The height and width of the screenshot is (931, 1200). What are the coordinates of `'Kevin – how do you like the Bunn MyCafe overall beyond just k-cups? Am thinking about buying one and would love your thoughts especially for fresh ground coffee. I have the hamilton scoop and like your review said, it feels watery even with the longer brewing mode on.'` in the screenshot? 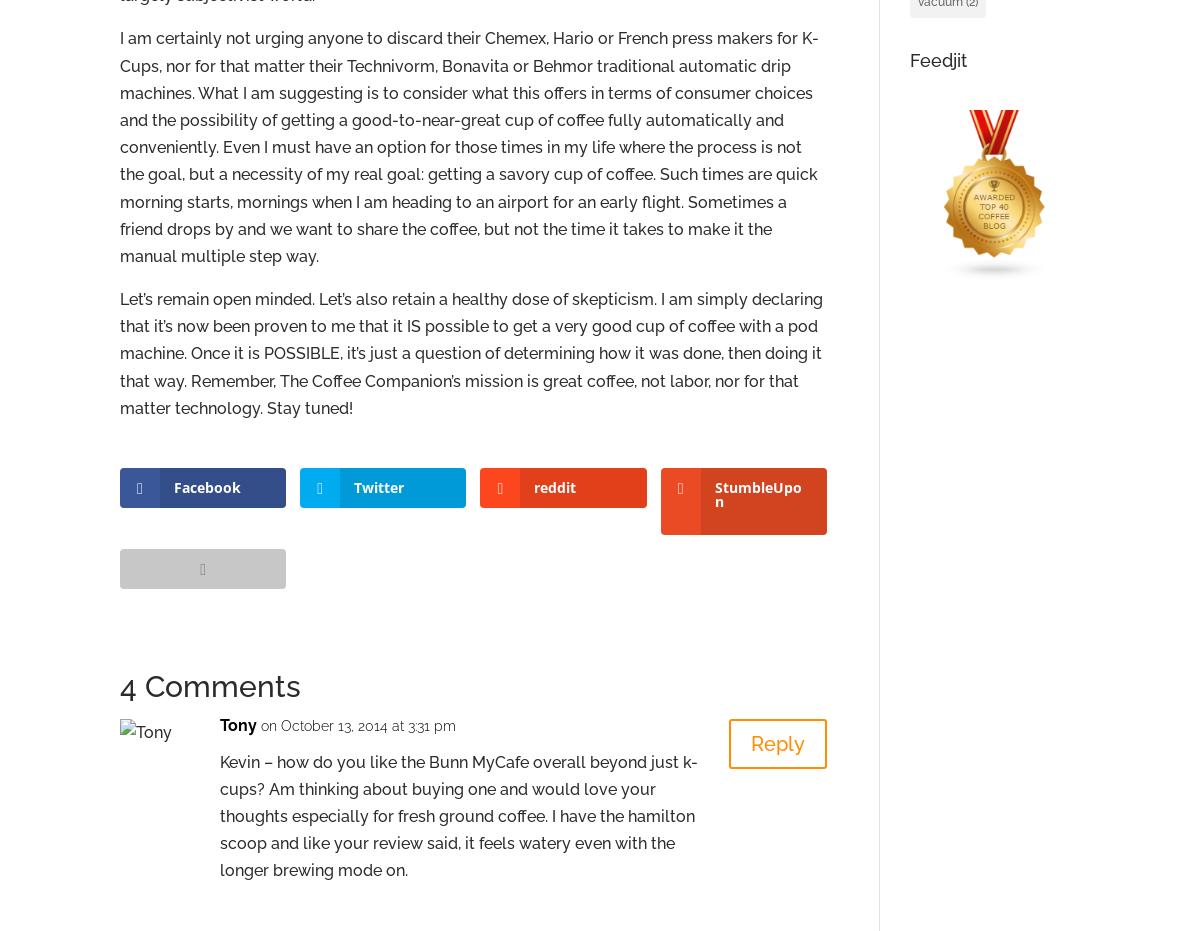 It's located at (458, 815).